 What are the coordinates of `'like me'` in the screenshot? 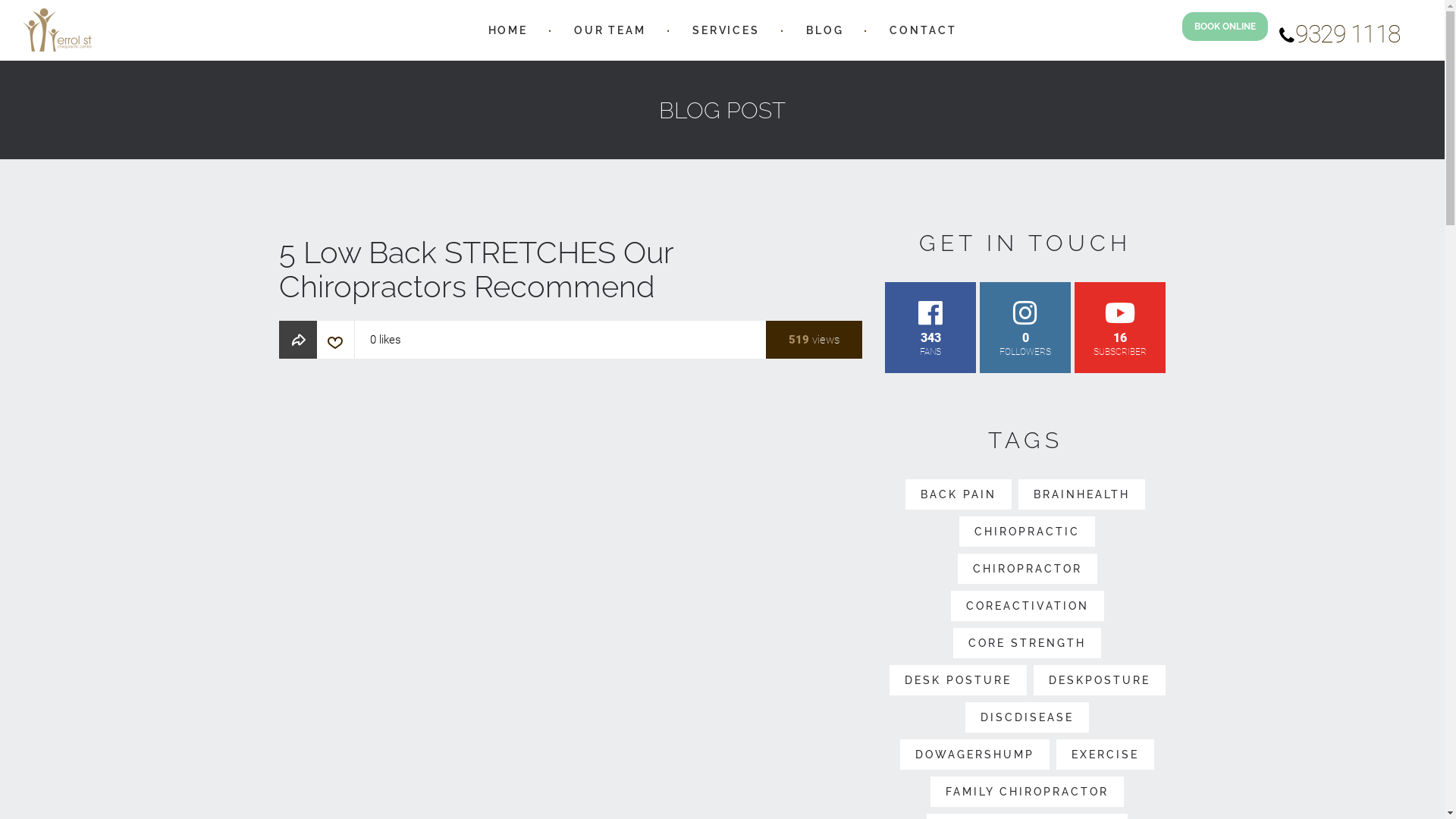 It's located at (334, 346).